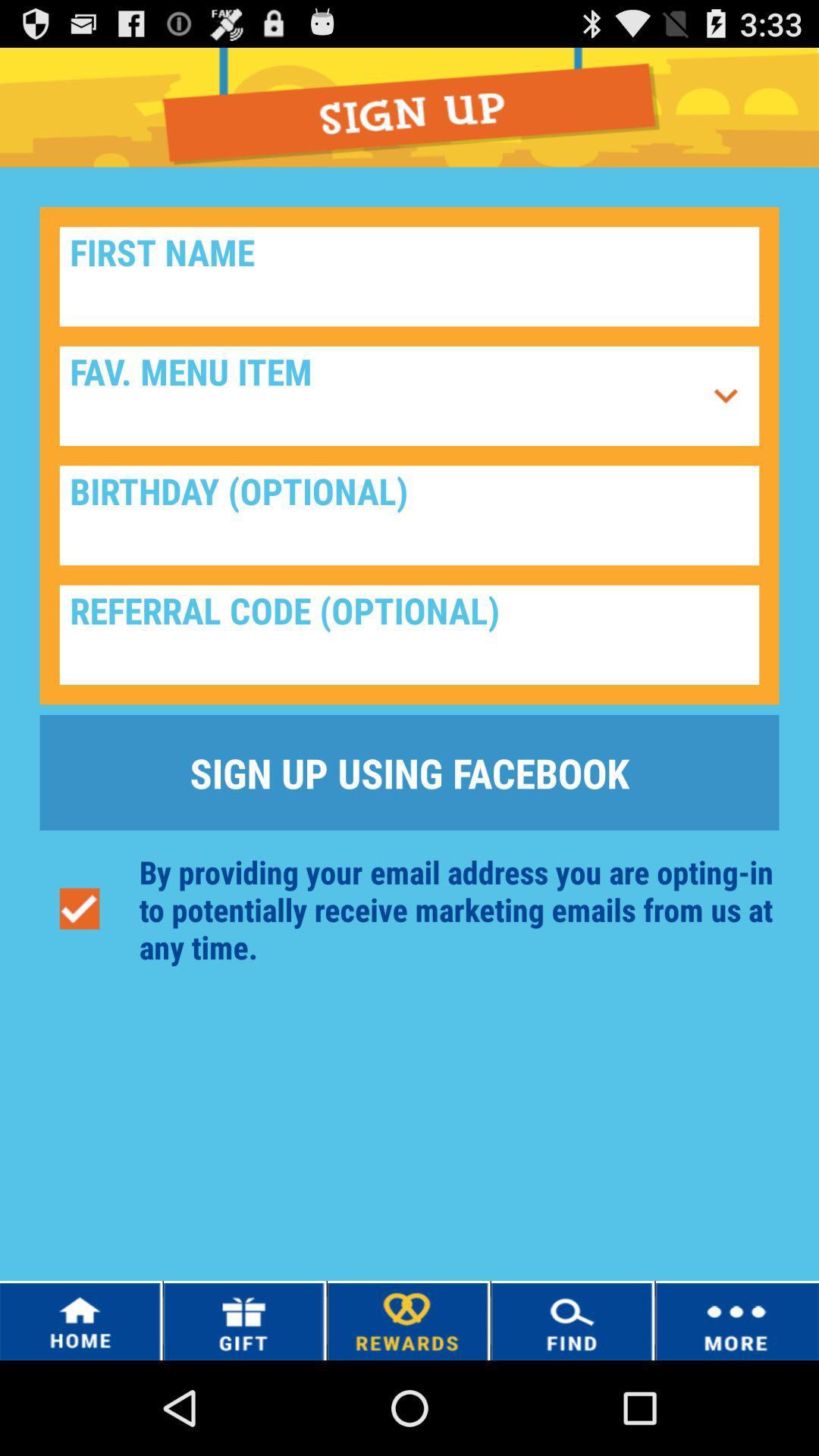 The width and height of the screenshot is (819, 1456). What do you see at coordinates (725, 396) in the screenshot?
I see `choose fav menu item` at bounding box center [725, 396].